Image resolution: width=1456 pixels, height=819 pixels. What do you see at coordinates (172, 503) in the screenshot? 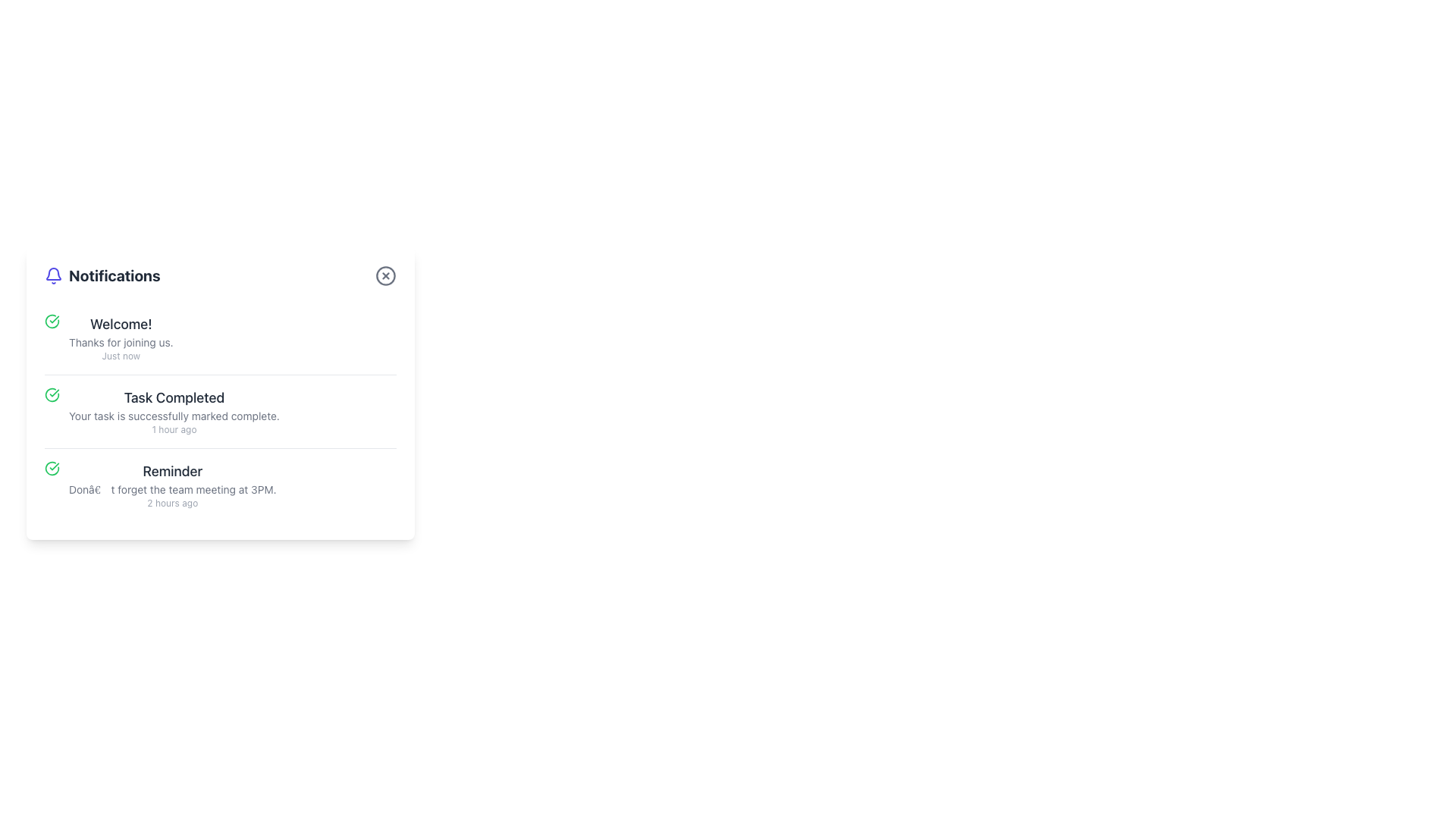
I see `text label displaying '2 hours ago' located below the notification message titled 'Reminder'` at bounding box center [172, 503].